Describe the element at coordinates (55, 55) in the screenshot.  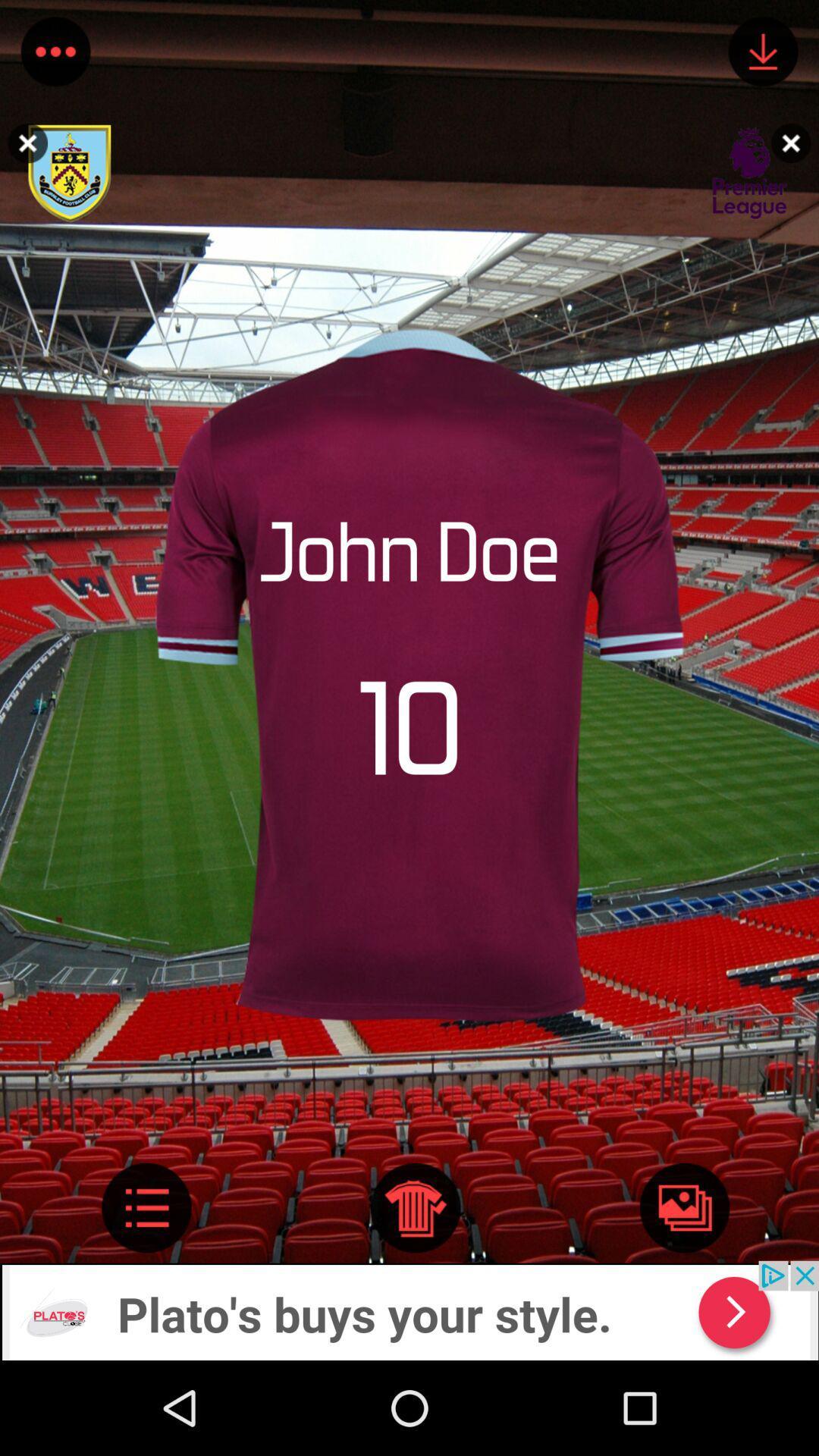
I see `the more icon` at that location.